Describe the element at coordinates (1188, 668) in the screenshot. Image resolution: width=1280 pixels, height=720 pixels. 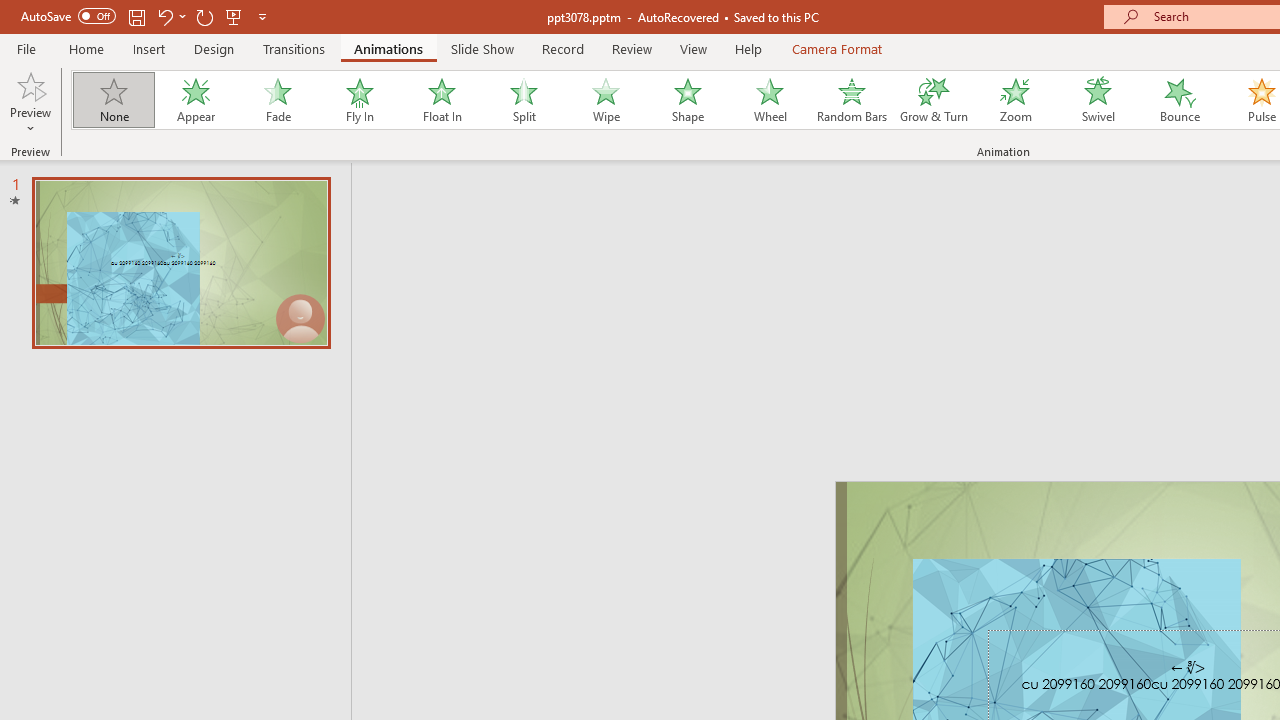
I see `'TextBox 7'` at that location.